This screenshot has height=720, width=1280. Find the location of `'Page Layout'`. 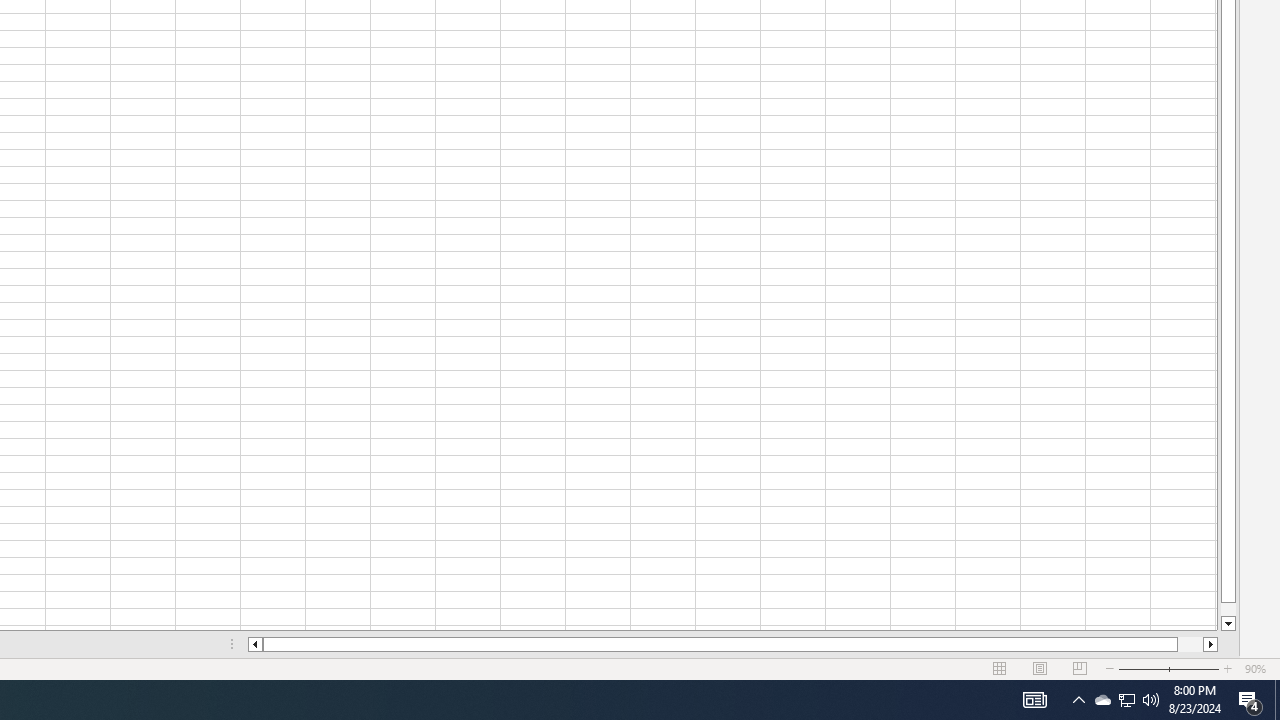

'Page Layout' is located at coordinates (1040, 669).